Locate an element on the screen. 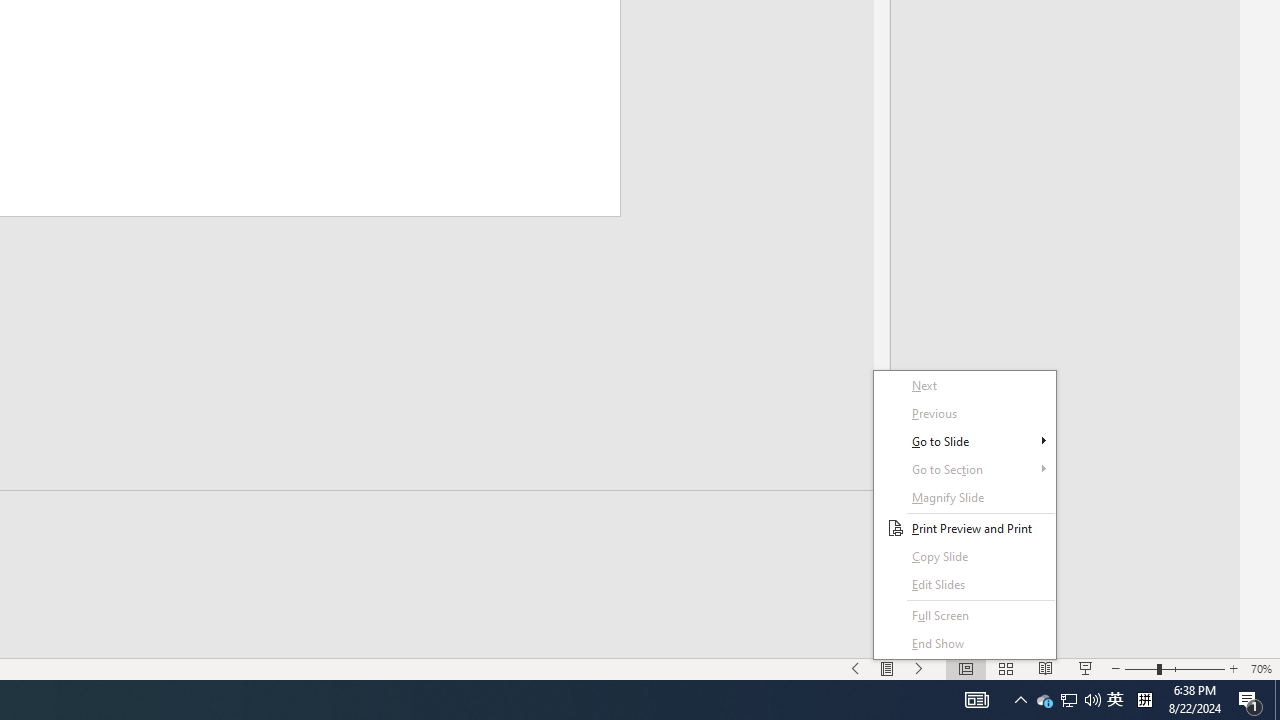  'Go to Section' is located at coordinates (965, 469).